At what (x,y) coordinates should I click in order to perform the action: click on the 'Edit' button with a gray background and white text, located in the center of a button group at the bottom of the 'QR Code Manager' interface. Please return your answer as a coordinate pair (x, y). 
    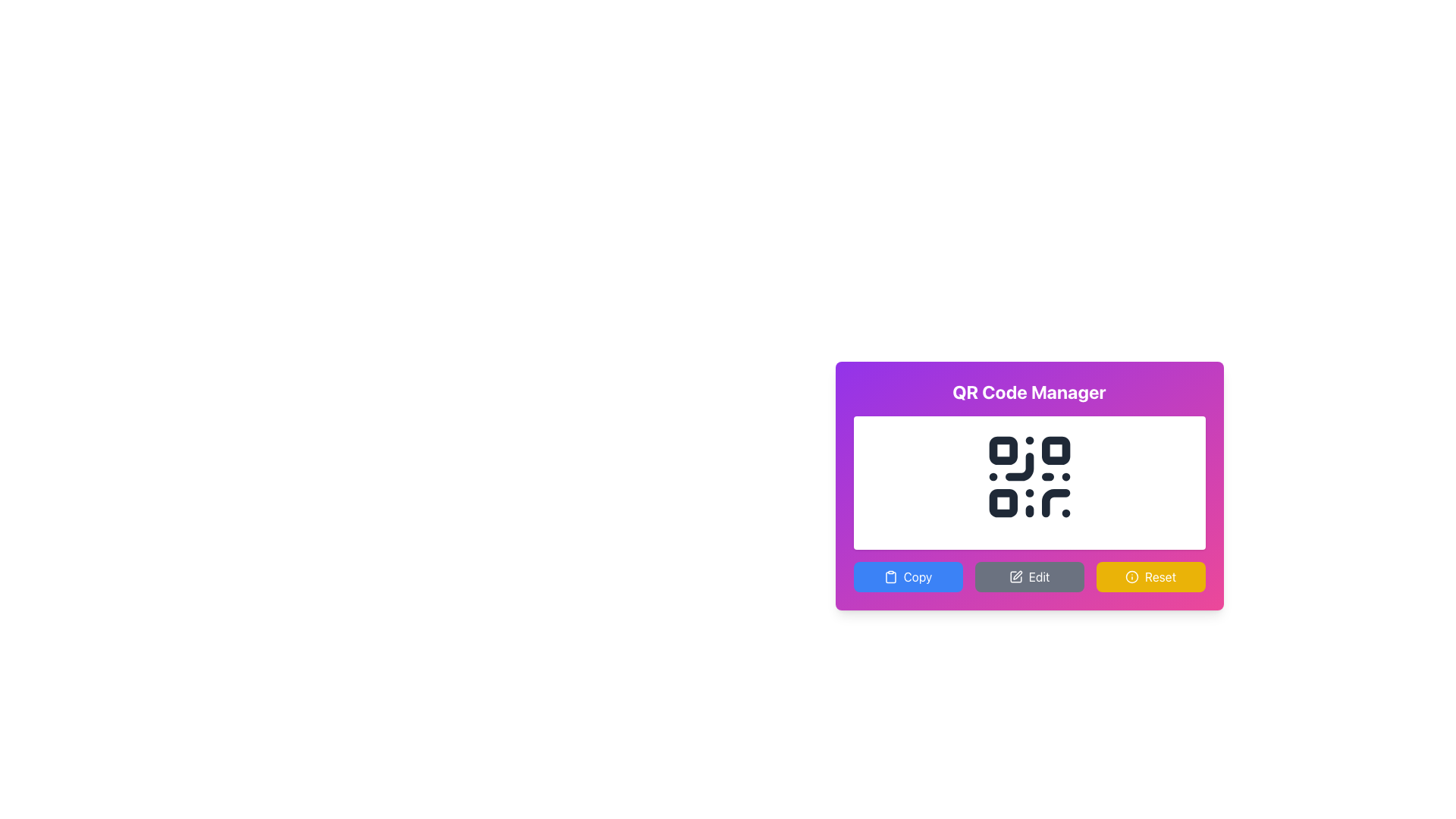
    Looking at the image, I should click on (1029, 576).